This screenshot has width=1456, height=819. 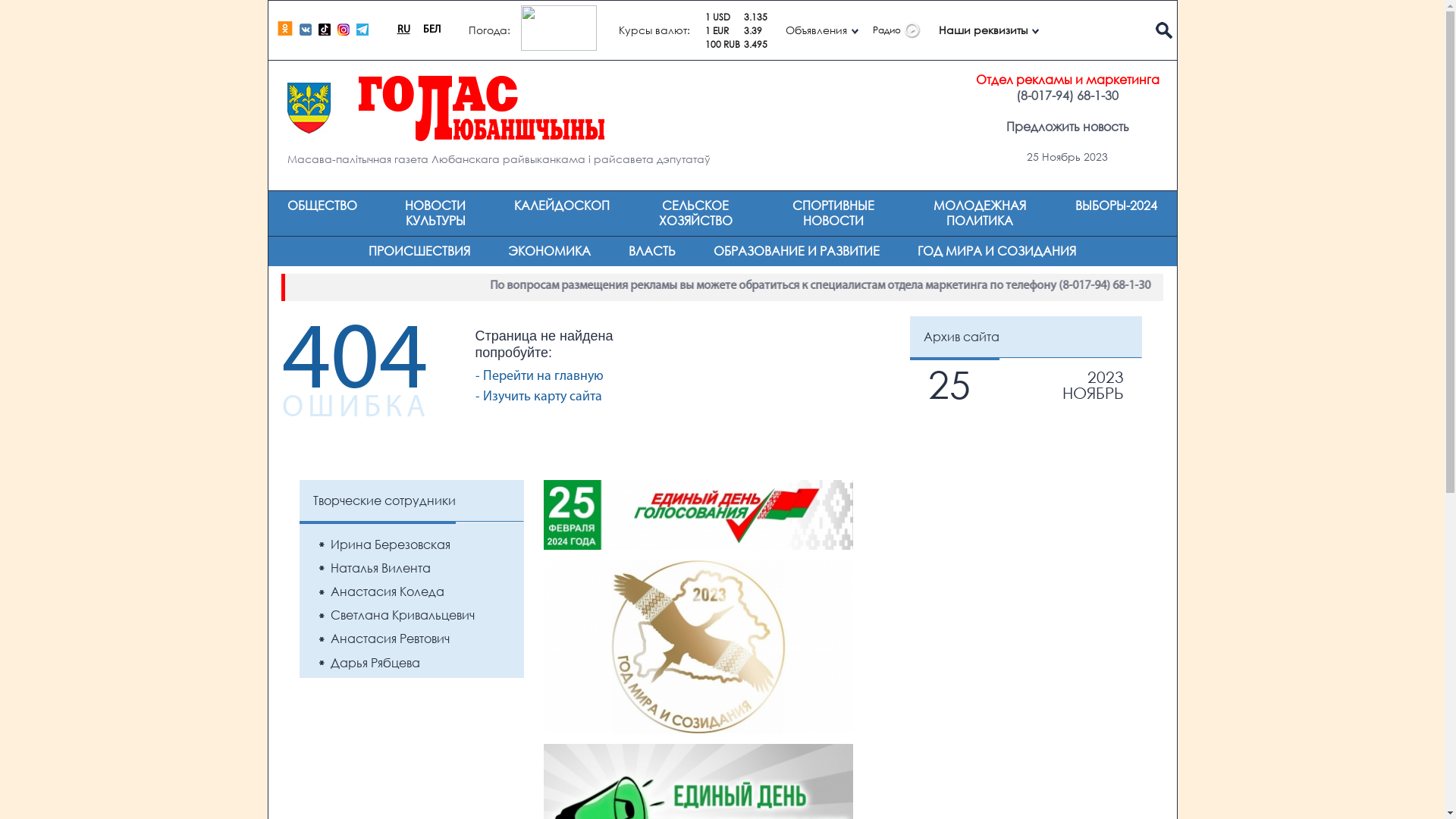 What do you see at coordinates (341, 29) in the screenshot?
I see `'Instagram'` at bounding box center [341, 29].